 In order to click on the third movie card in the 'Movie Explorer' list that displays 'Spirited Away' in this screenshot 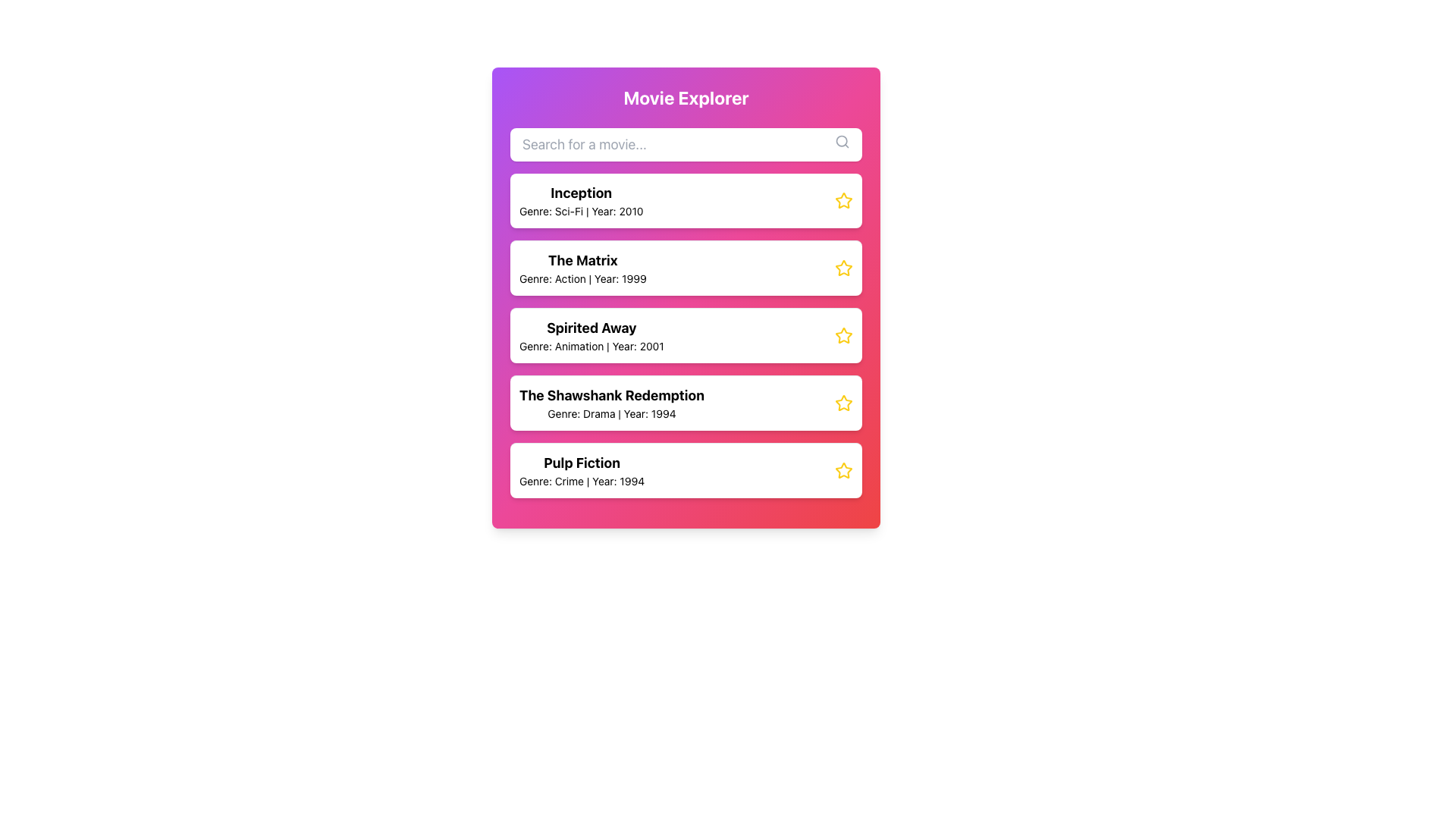, I will do `click(686, 335)`.